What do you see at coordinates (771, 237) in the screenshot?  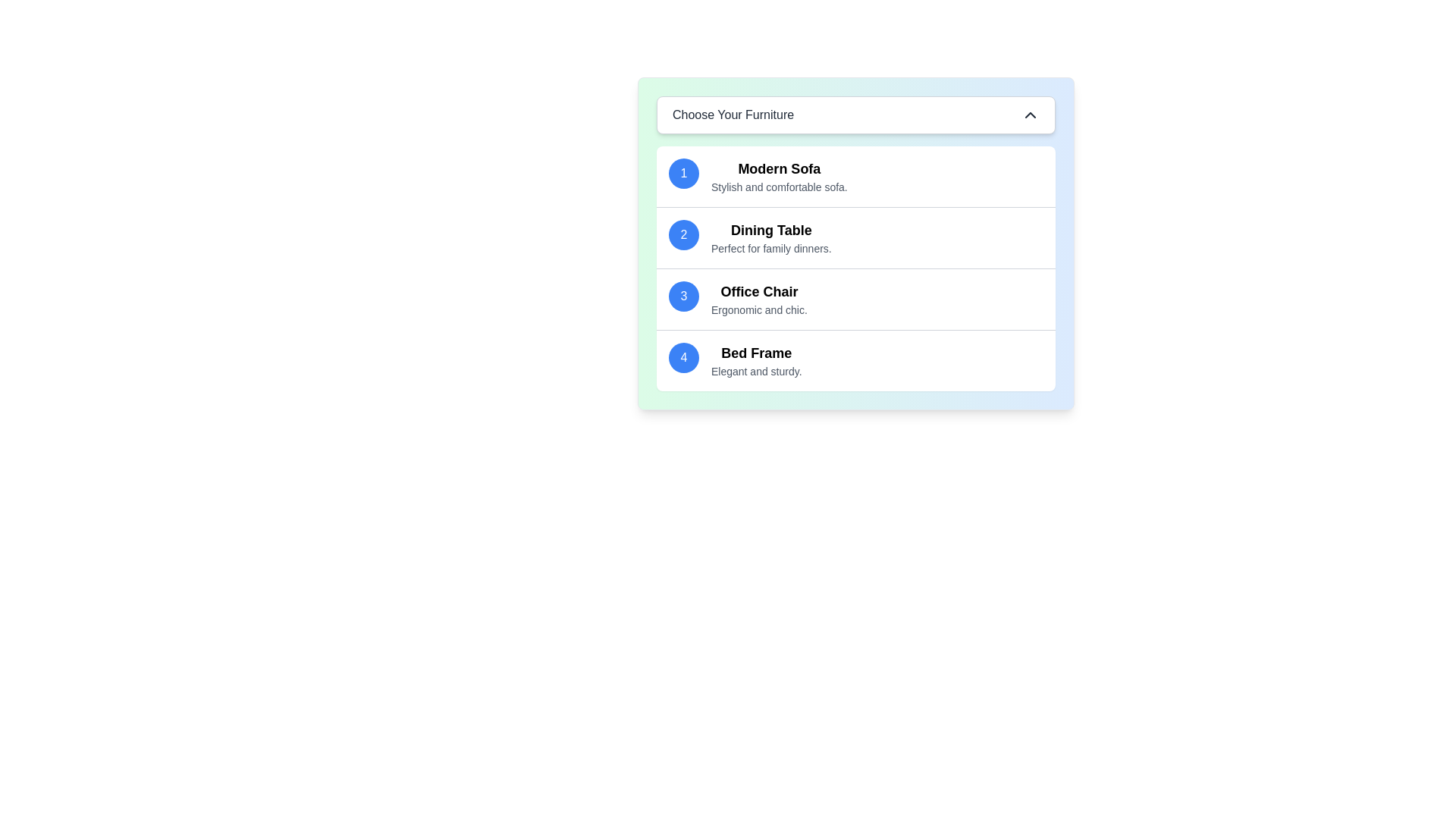 I see `the second list item labeled 'Dining Table'` at bounding box center [771, 237].